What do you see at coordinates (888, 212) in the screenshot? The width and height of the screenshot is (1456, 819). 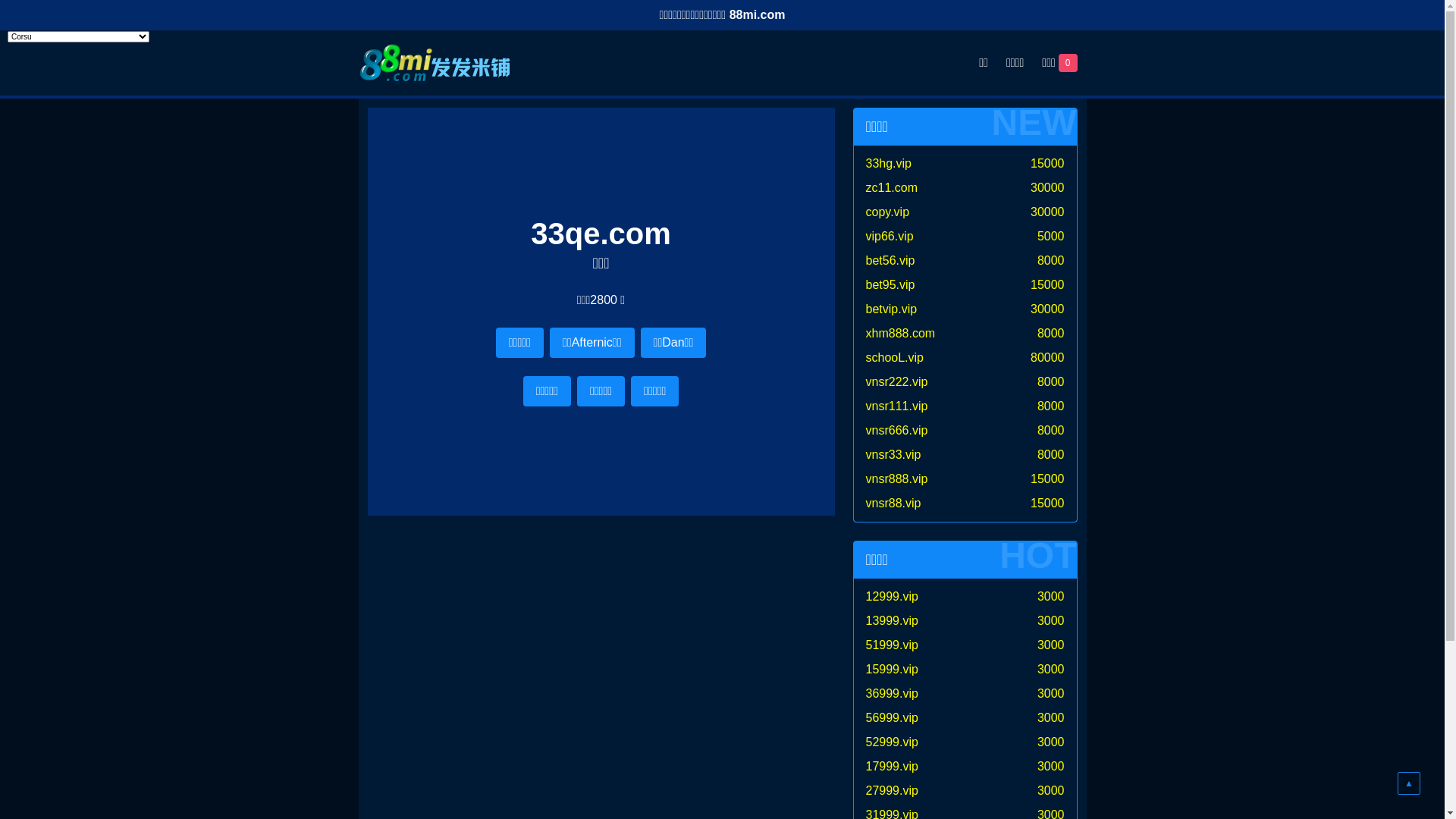 I see `'copy.vip'` at bounding box center [888, 212].